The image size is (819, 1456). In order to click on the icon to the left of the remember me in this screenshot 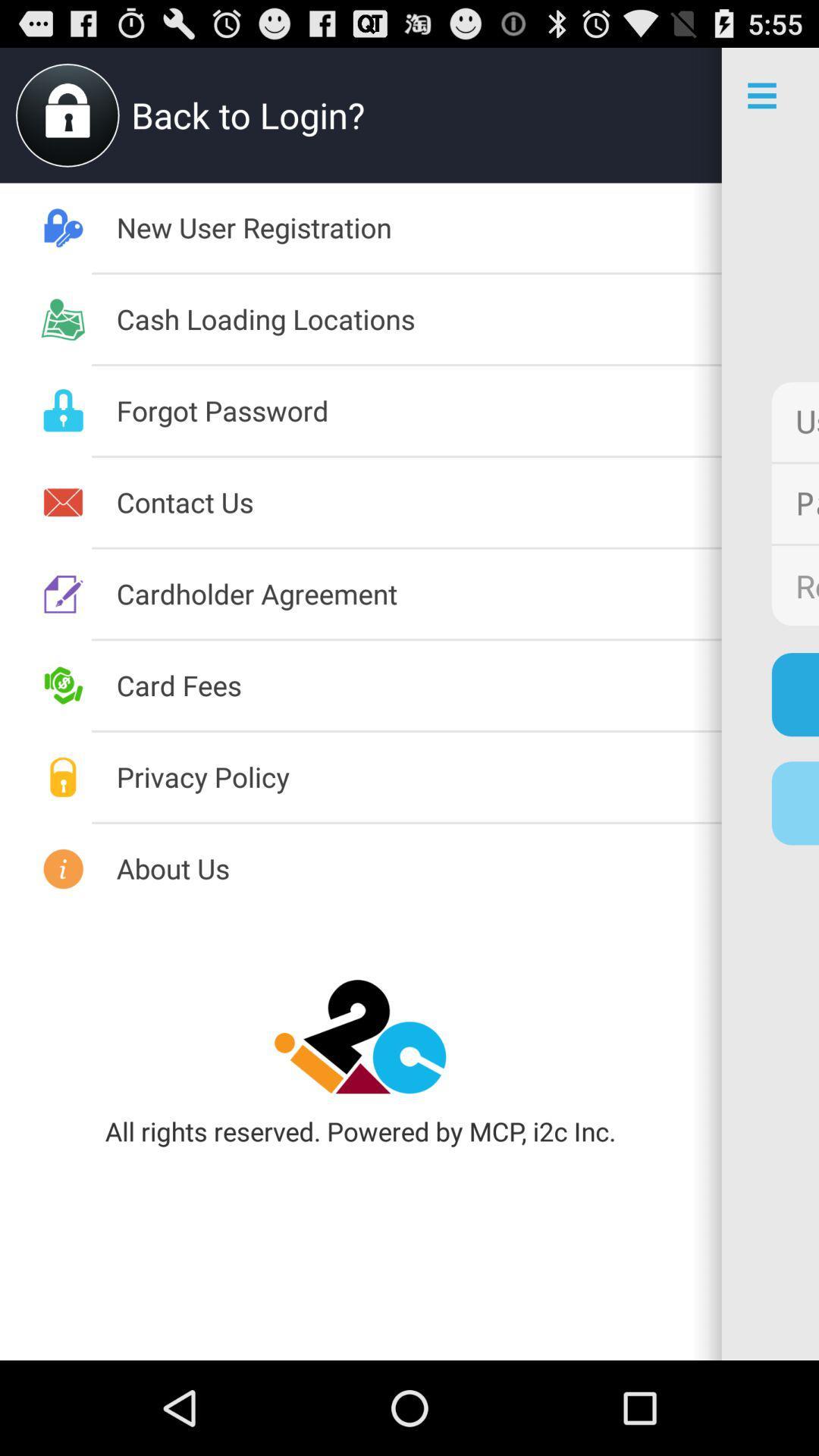, I will do `click(419, 592)`.